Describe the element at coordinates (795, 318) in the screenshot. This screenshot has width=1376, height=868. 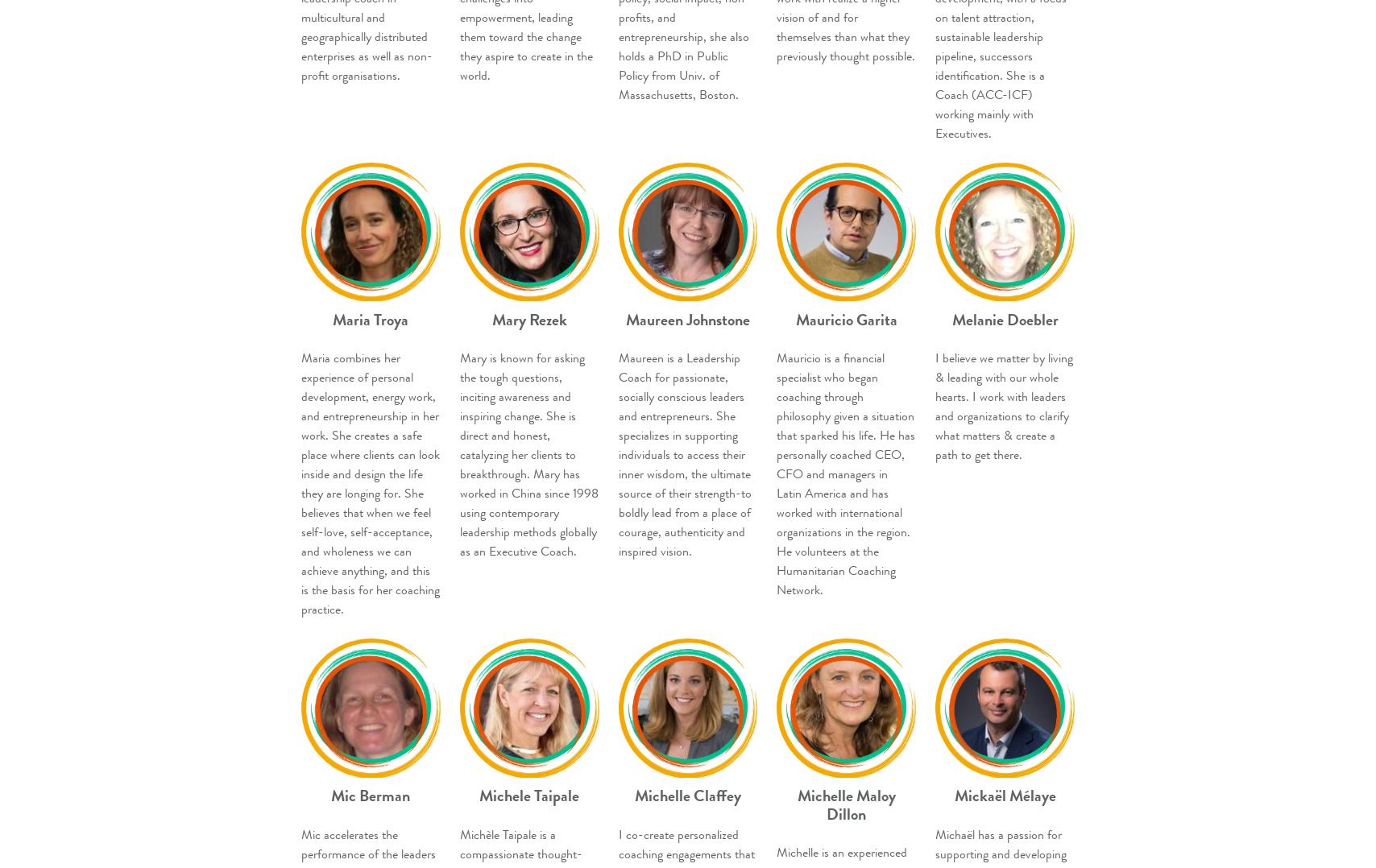
I see `'Mauricio Garita'` at that location.